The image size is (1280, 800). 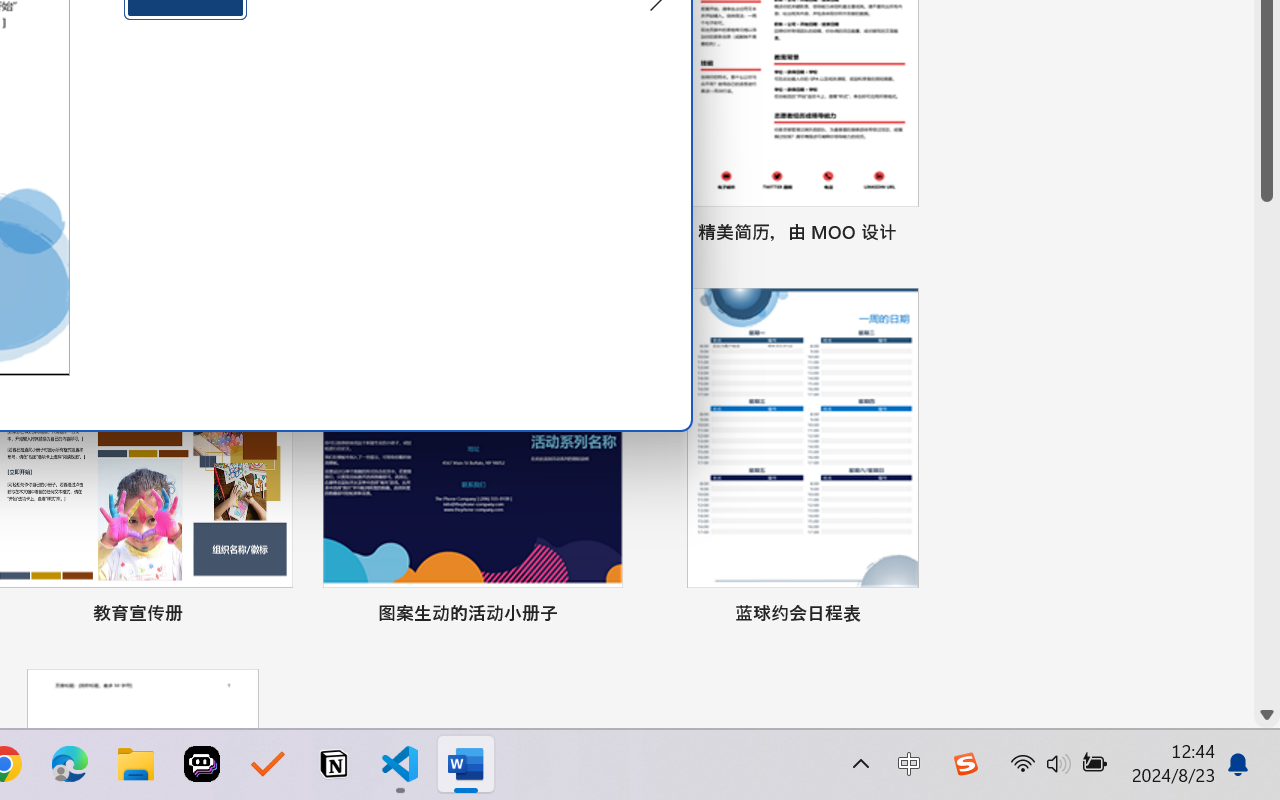 I want to click on 'Line down', so click(x=1266, y=714).